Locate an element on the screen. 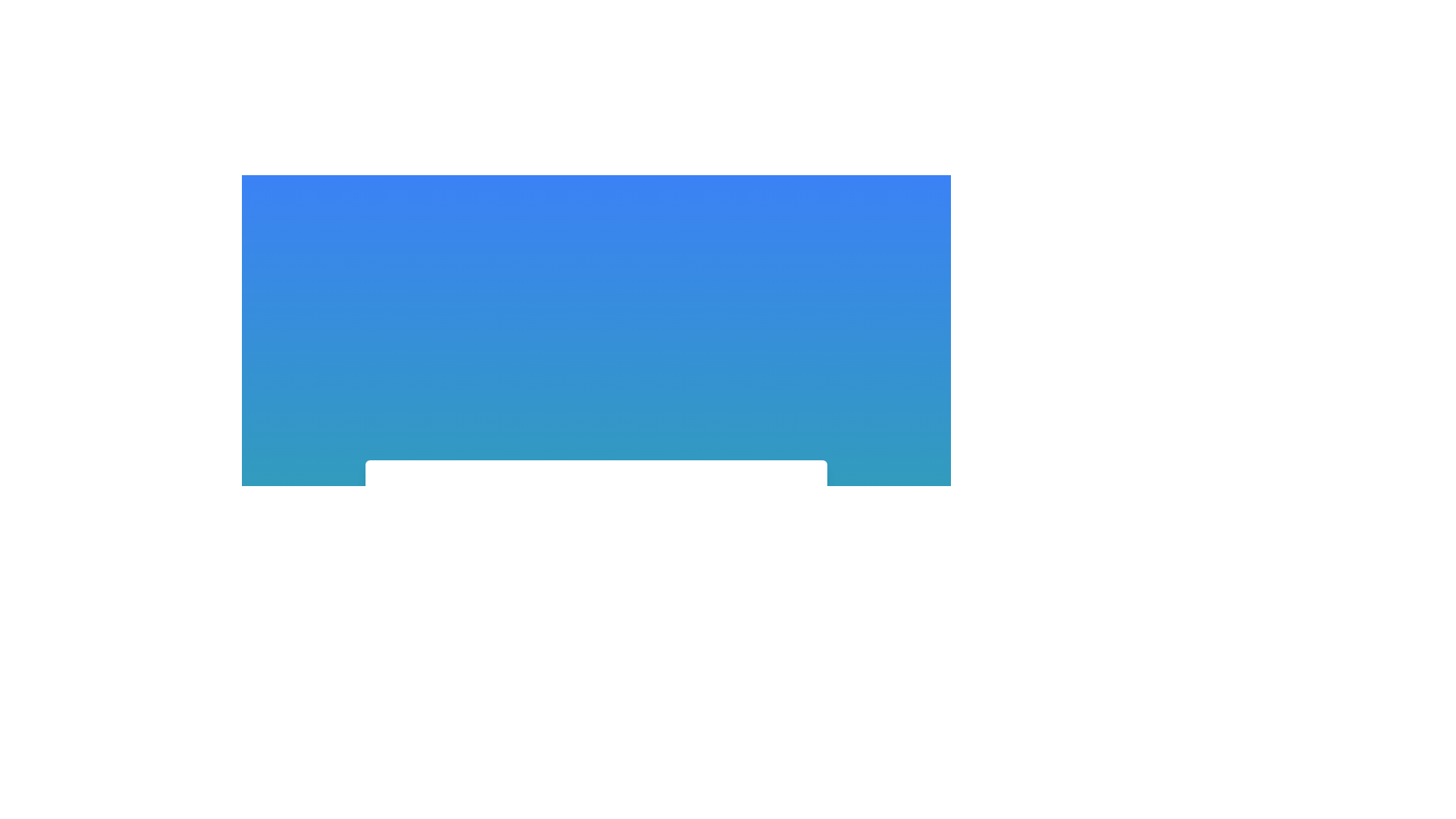 The height and width of the screenshot is (819, 1456). the small square with rounded corners located in the first column and first row of the grid layout is located at coordinates (724, 544).